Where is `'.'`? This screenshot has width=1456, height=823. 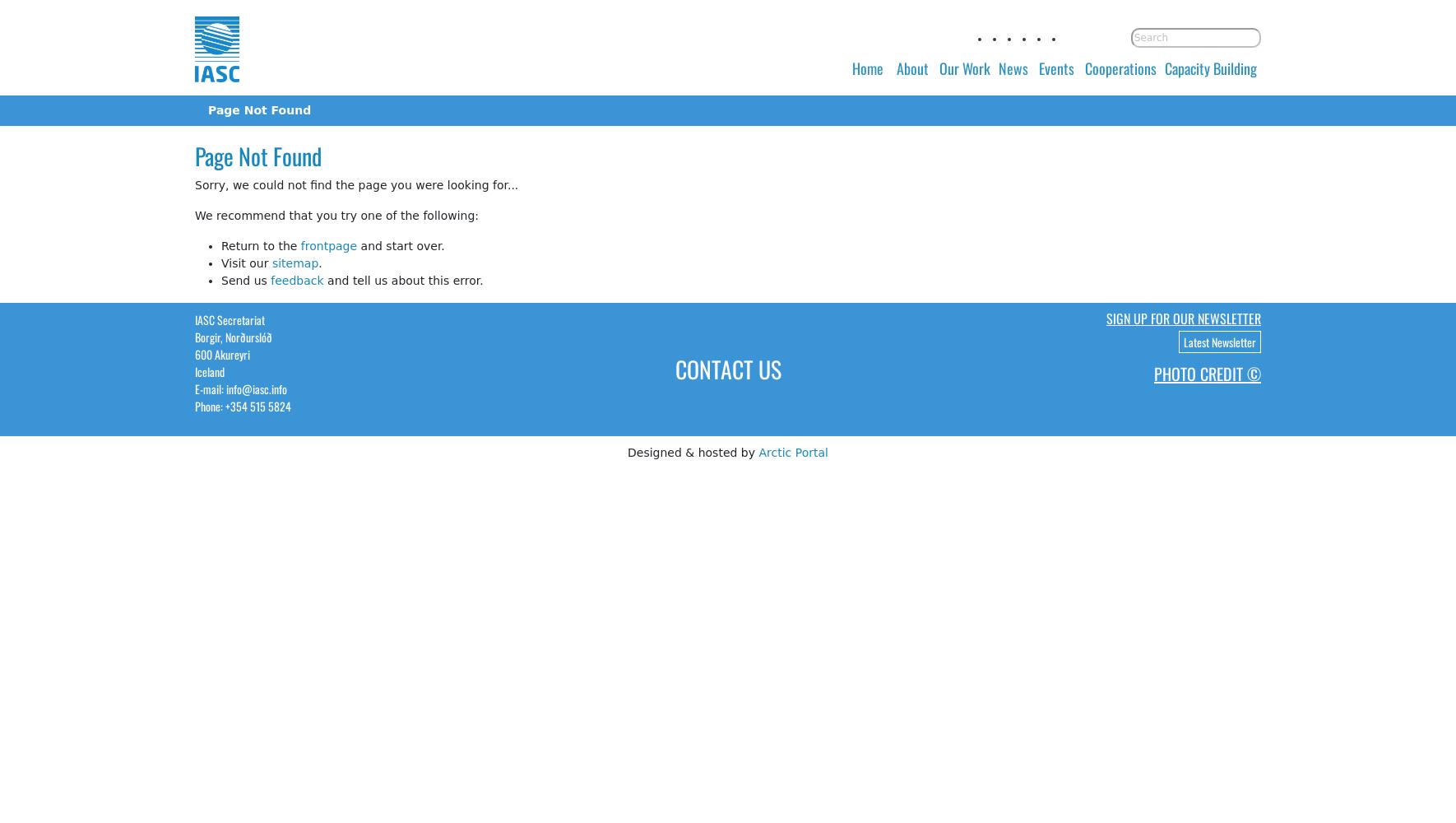
'.' is located at coordinates (319, 262).